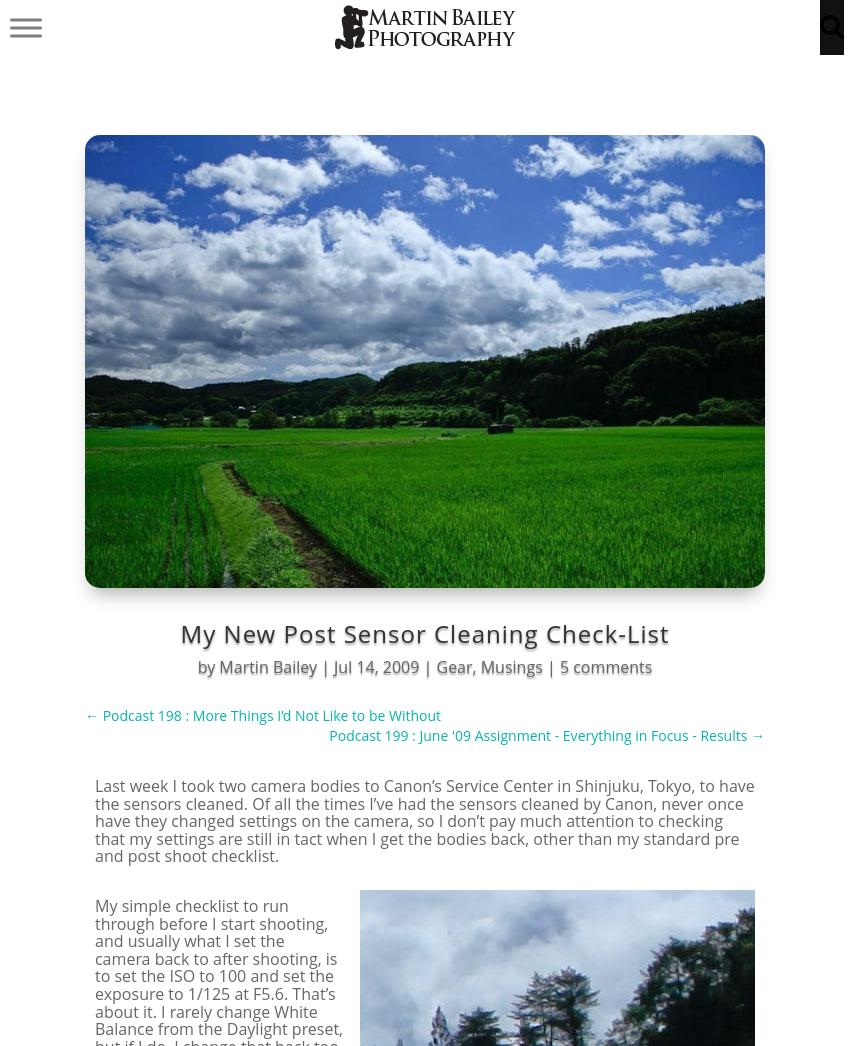  Describe the element at coordinates (266, 666) in the screenshot. I see `'Martin Bailey'` at that location.